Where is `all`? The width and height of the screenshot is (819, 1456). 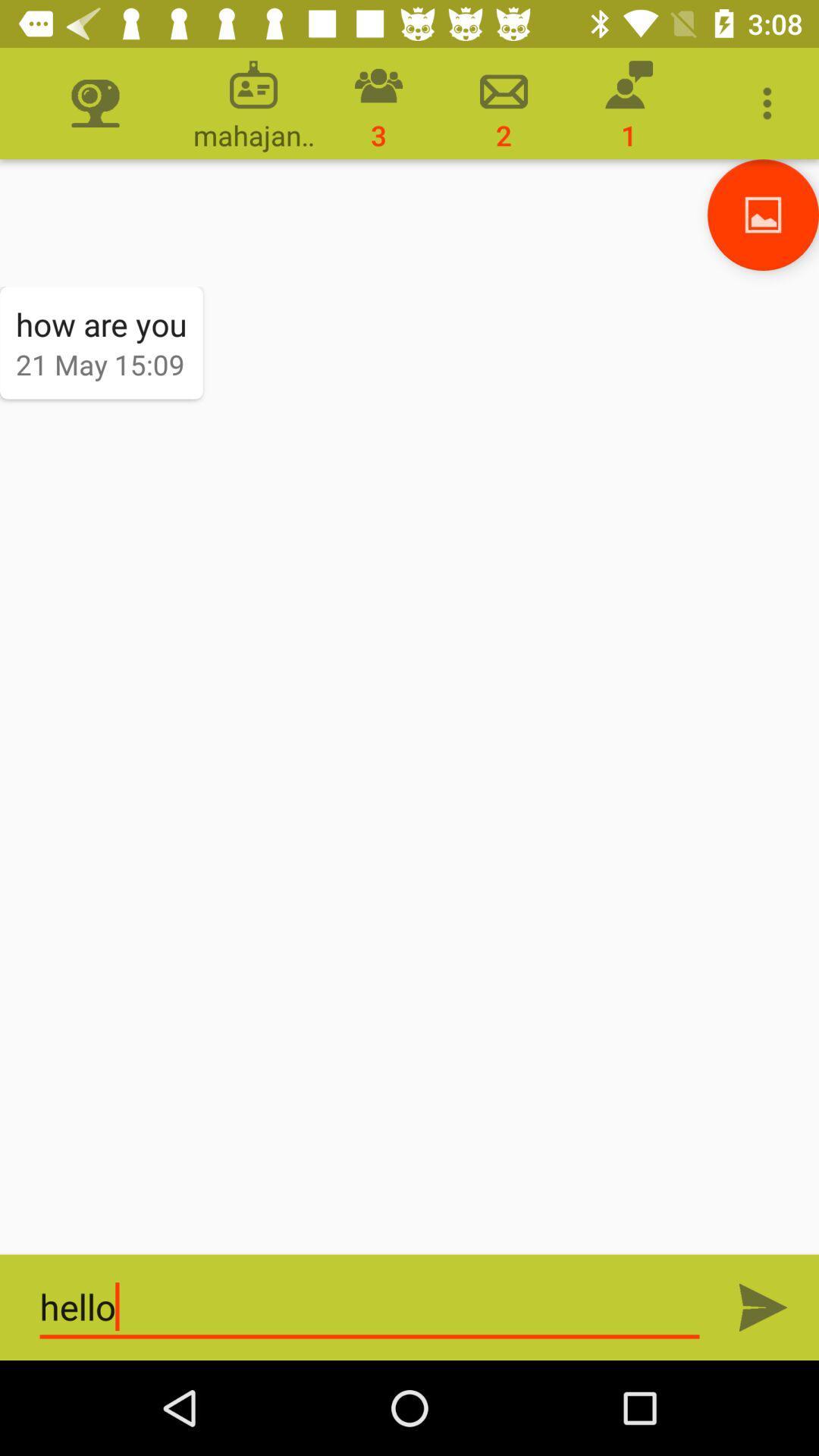
all is located at coordinates (763, 1307).